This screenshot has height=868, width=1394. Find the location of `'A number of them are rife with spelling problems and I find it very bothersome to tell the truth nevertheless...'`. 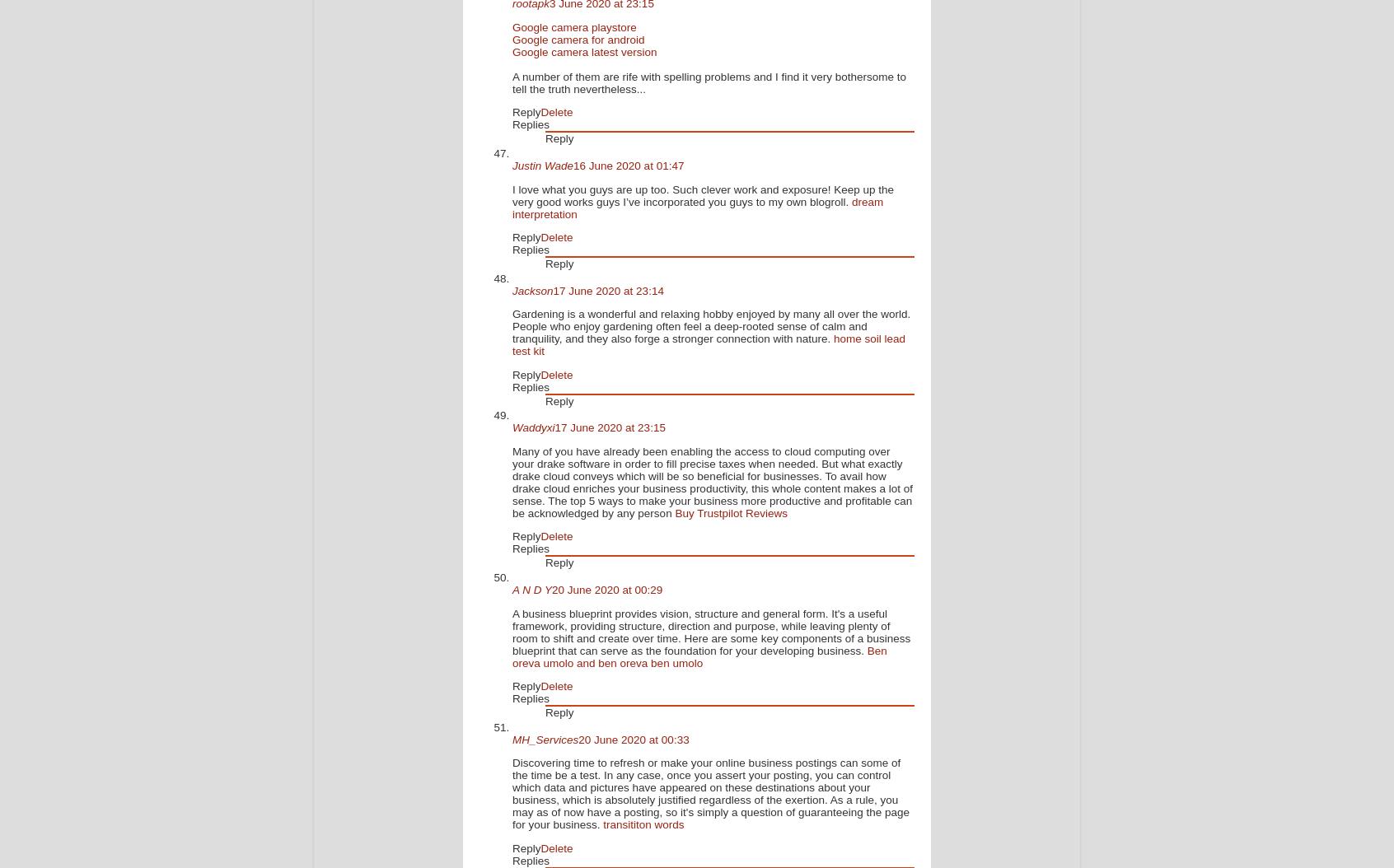

'A number of them are rife with spelling problems and I find it very bothersome to tell the truth nevertheless...' is located at coordinates (511, 82).